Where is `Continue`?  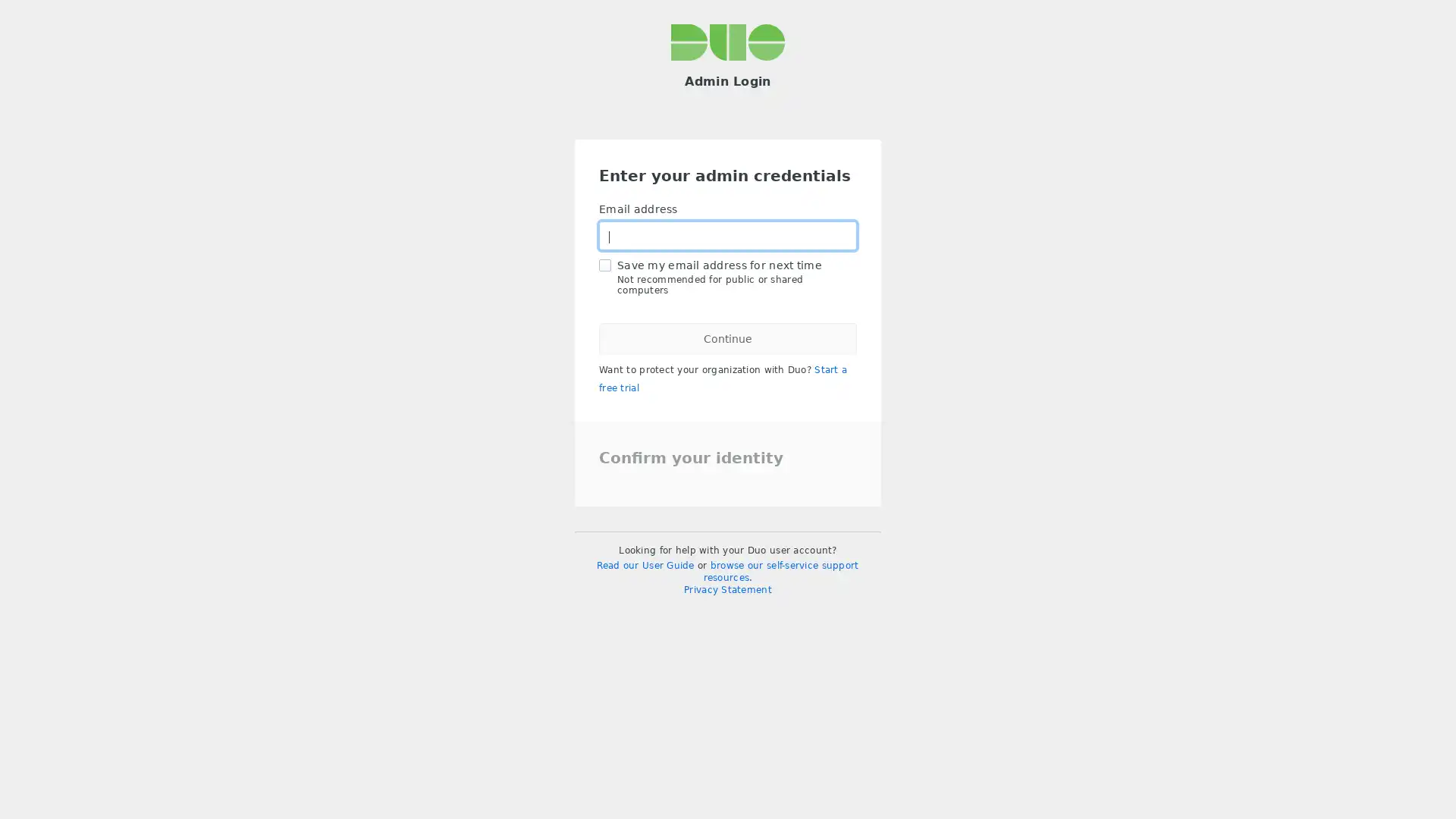
Continue is located at coordinates (728, 338).